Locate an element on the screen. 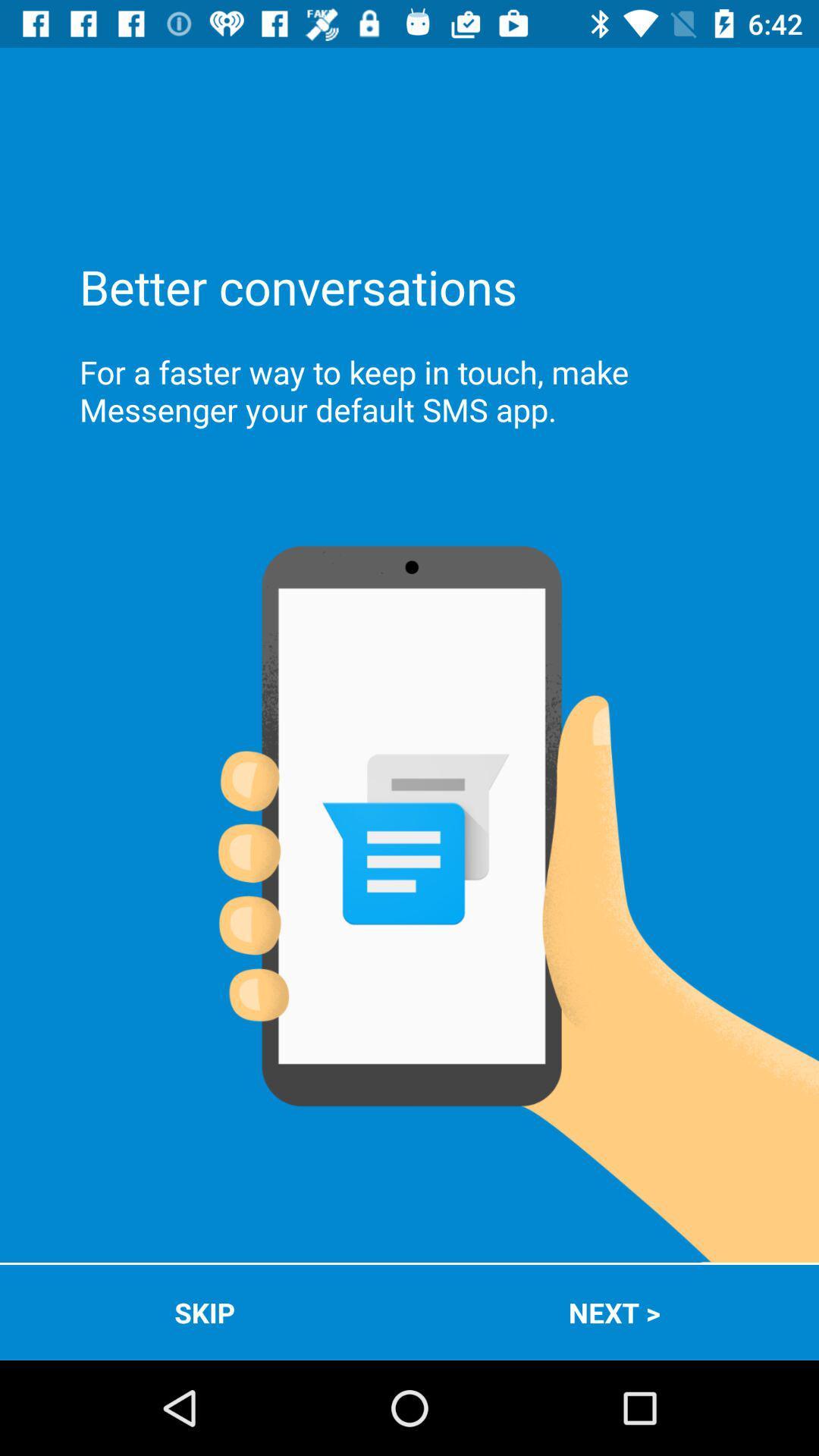 The height and width of the screenshot is (1456, 819). the skip at the bottom left corner is located at coordinates (205, 1312).